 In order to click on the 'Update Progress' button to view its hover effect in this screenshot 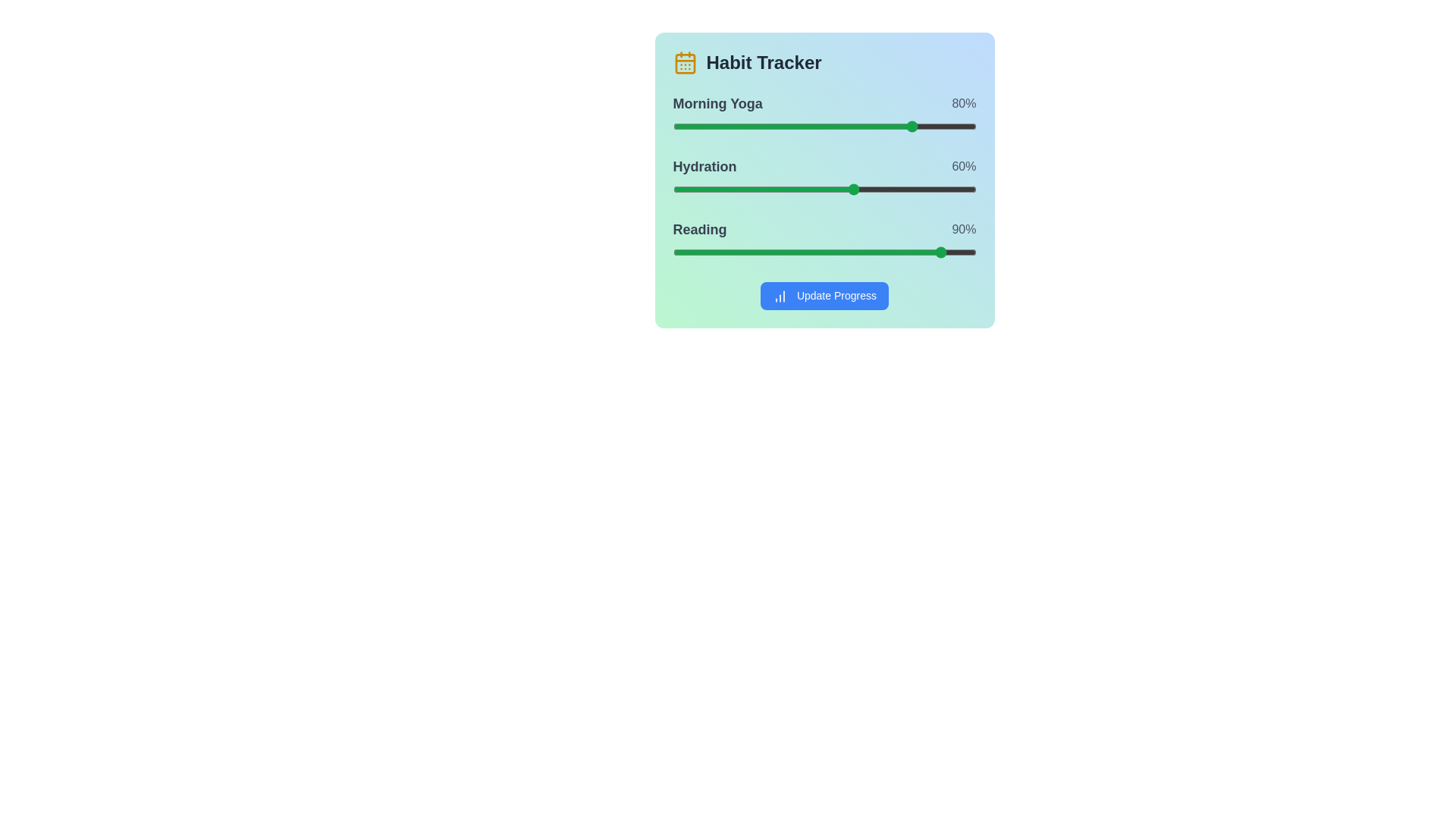, I will do `click(824, 296)`.